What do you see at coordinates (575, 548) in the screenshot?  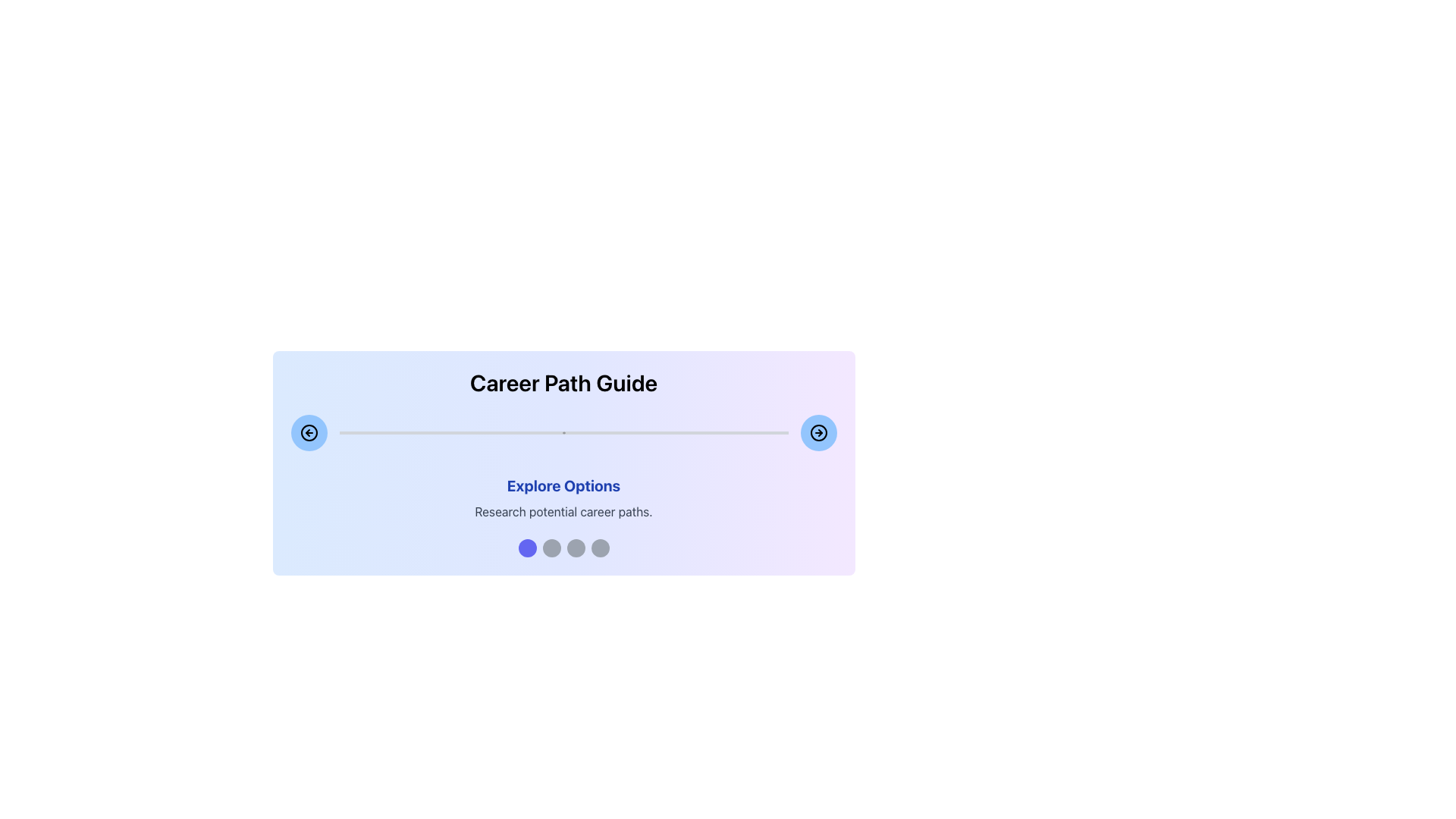 I see `the third circular Progress Indicator located at the bottom of the 'Explore Options' section` at bounding box center [575, 548].